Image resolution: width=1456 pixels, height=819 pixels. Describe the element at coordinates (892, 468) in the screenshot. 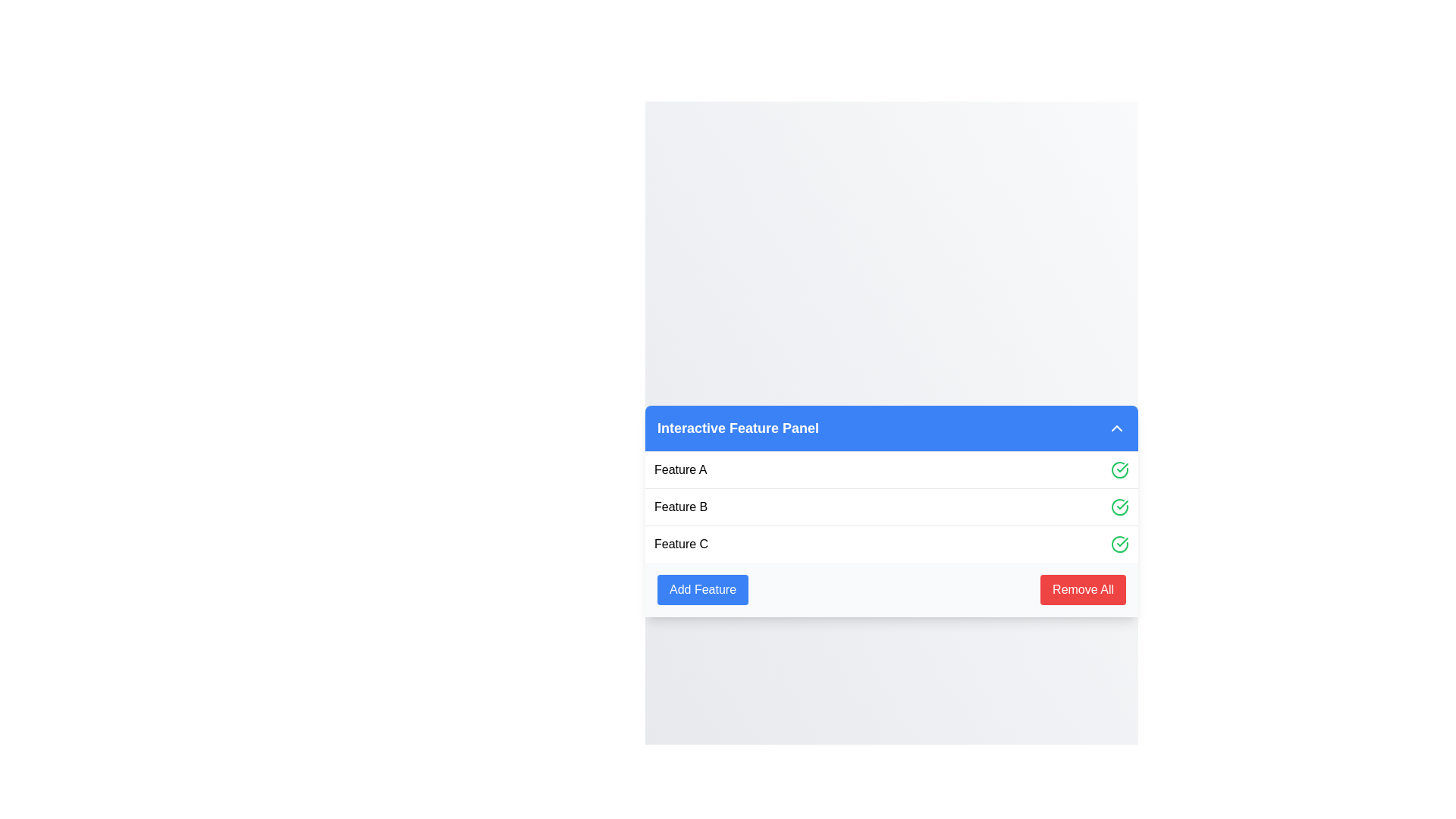

I see `the first selectable feature option in the 'Interactive Feature Panel'` at that location.